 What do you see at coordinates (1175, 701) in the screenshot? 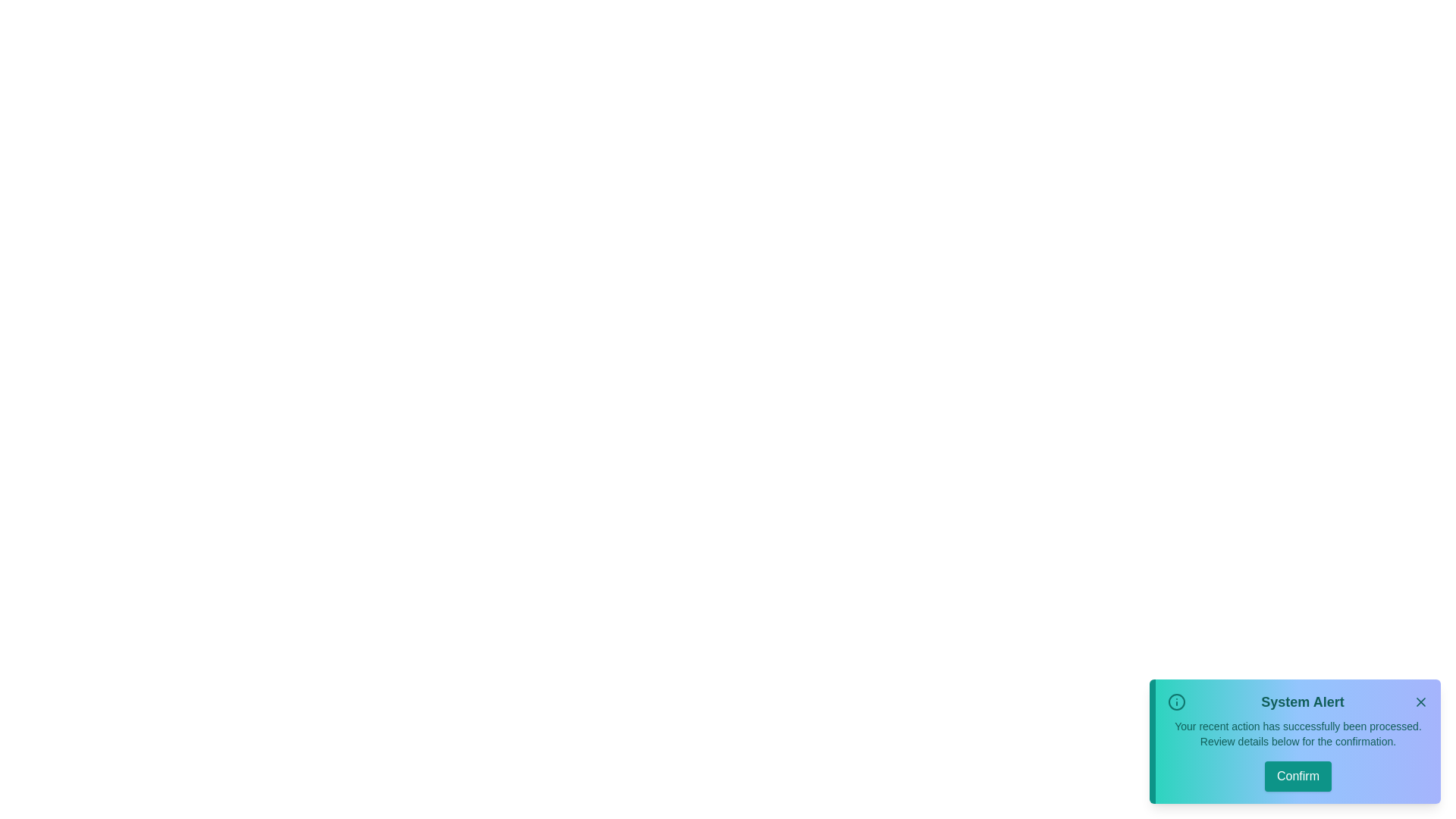
I see `the 'Info' icon to observe its details` at bounding box center [1175, 701].